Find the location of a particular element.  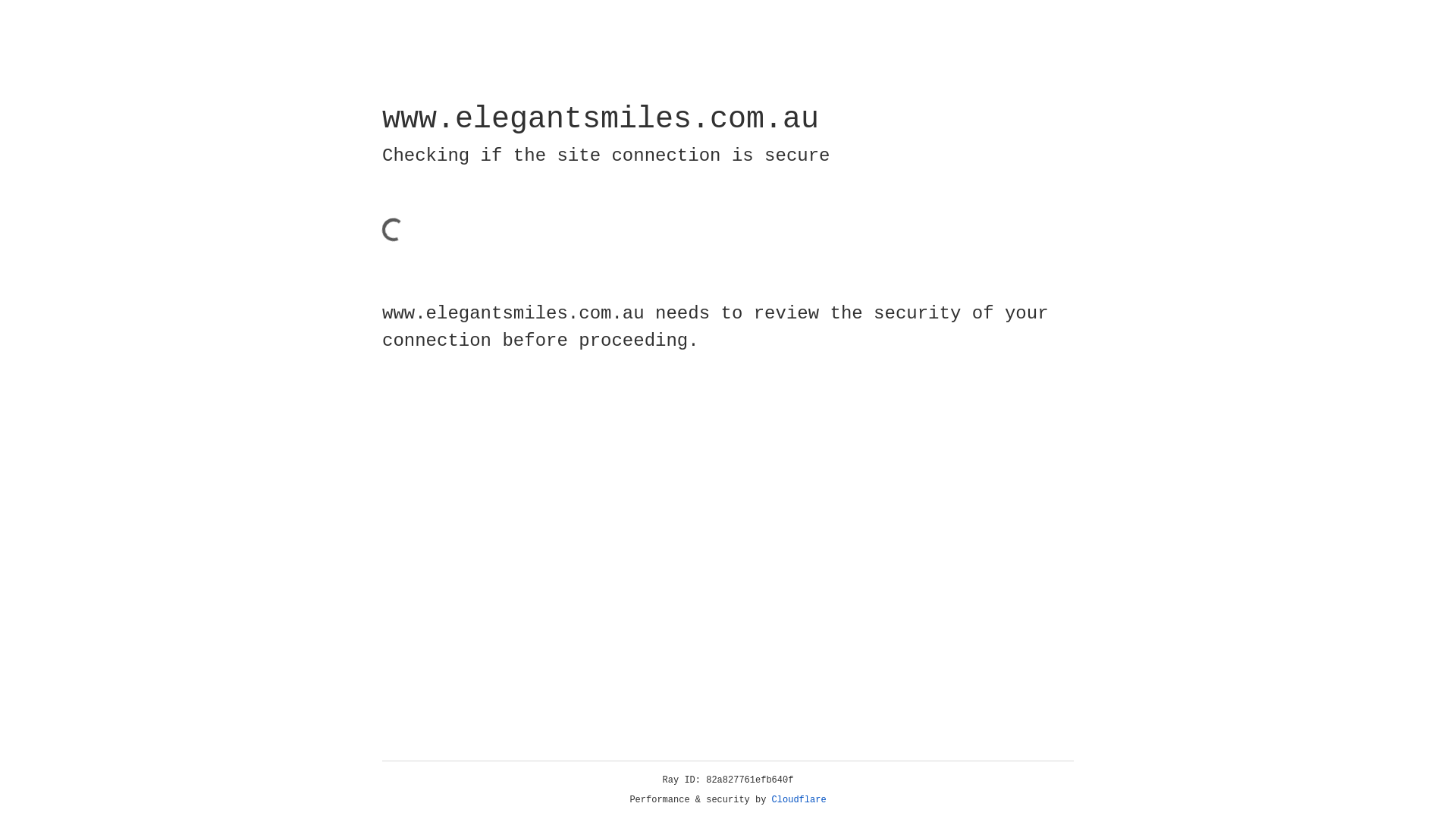

'Cloudflare' is located at coordinates (771, 799).